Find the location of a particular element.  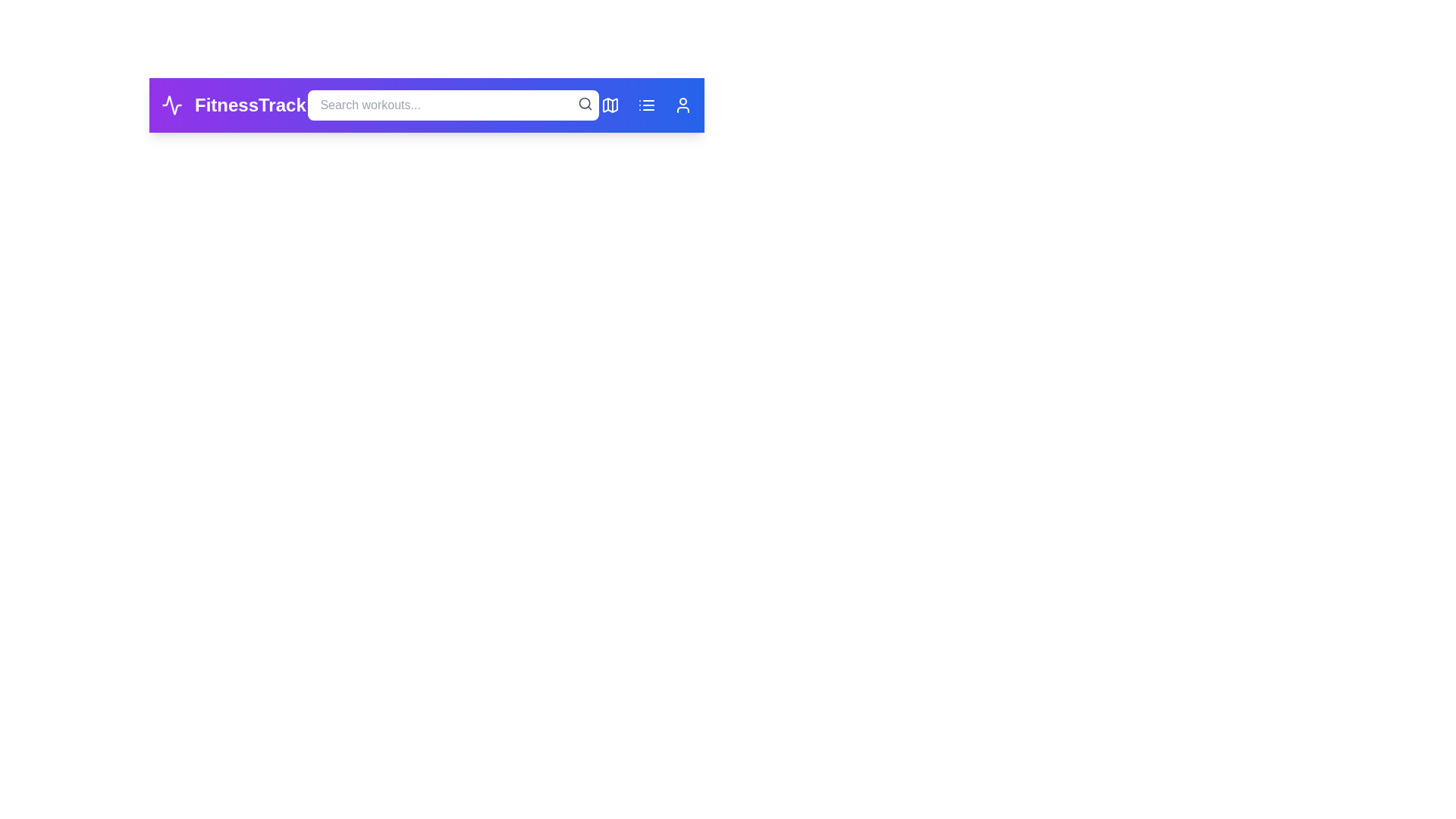

the 'Map Progress' button to navigate to the map view is located at coordinates (610, 104).